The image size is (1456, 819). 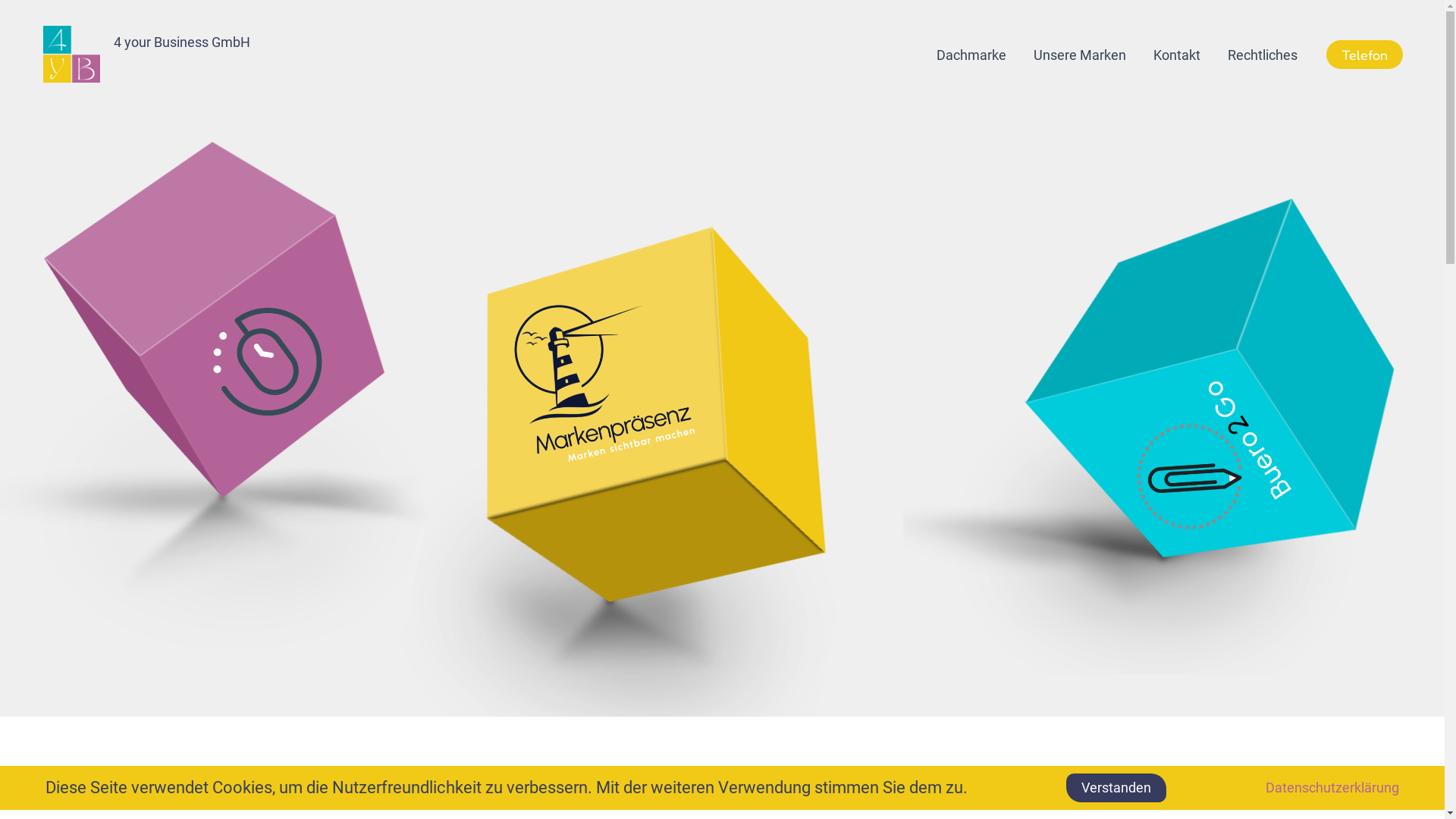 I want to click on 'Dachmarke', so click(x=971, y=55).